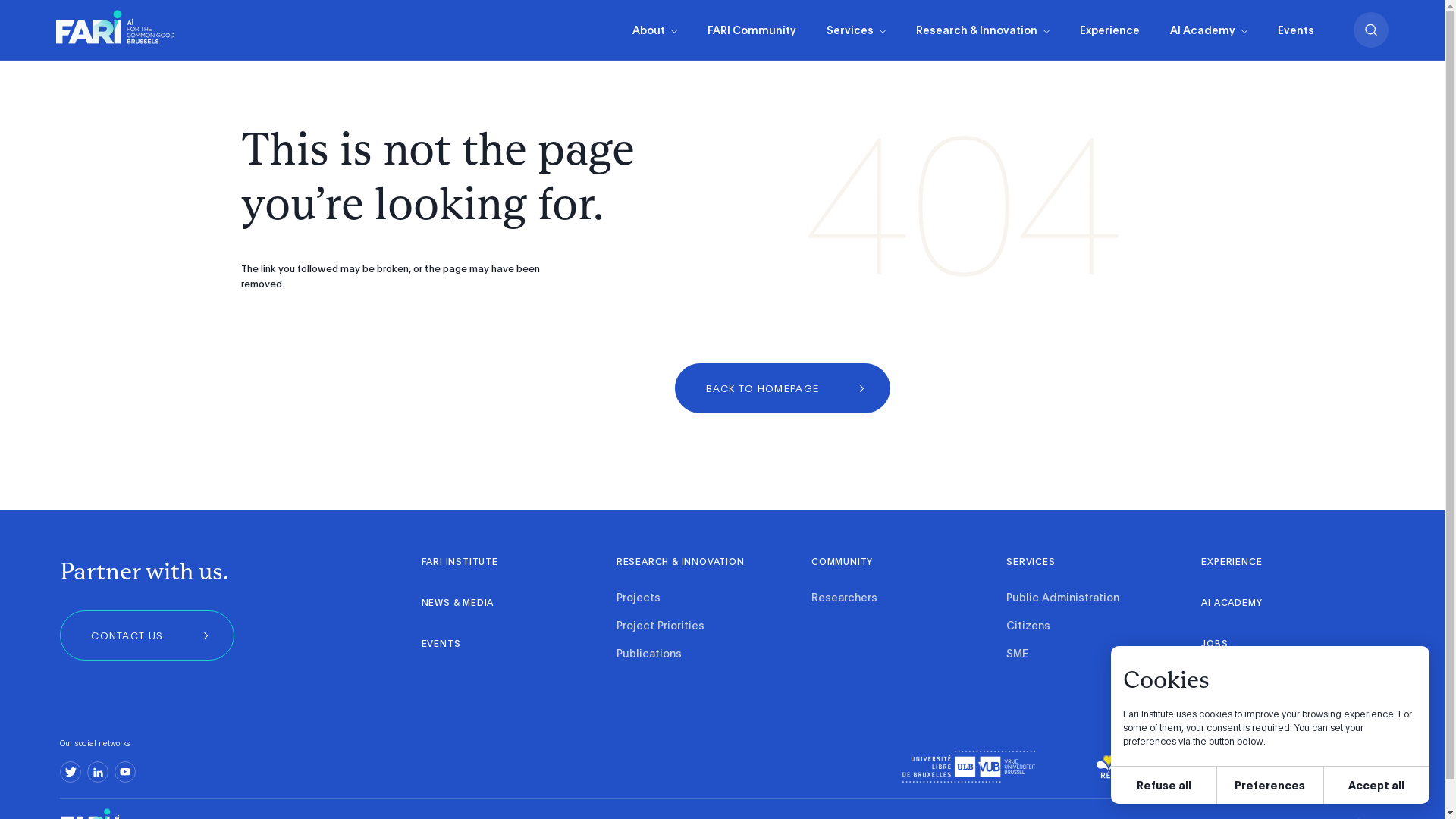 This screenshot has height=819, width=1456. I want to click on 'COMMUNITY', so click(811, 562).